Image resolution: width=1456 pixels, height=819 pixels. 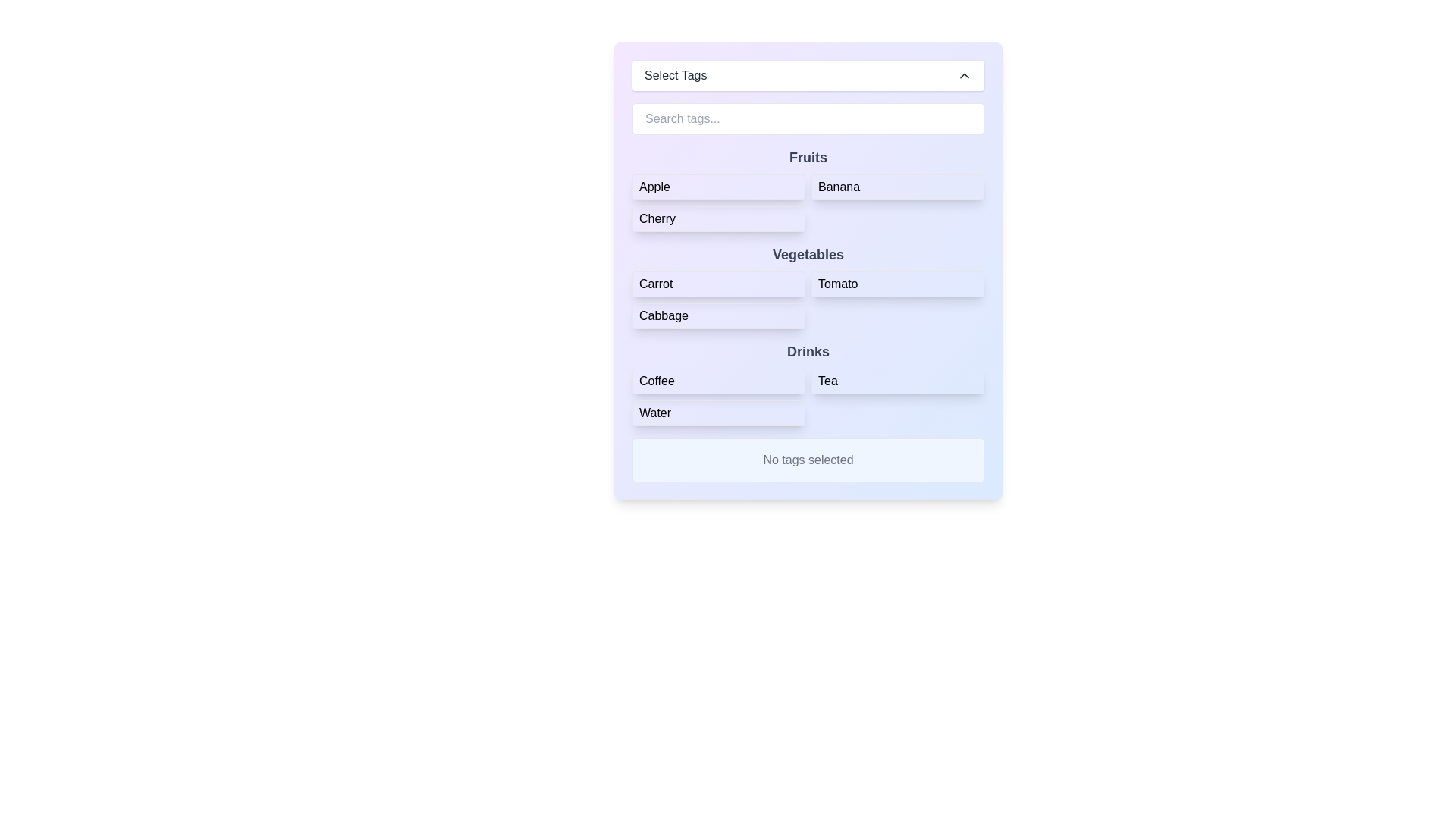 I want to click on the 'Drinks' label, which displays the word 'Drinks' in bold, dark-gray uppercase text, located on the right side of the interface above the buttons labeled 'Coffee,' 'Tea,' and 'Water.', so click(x=807, y=351).